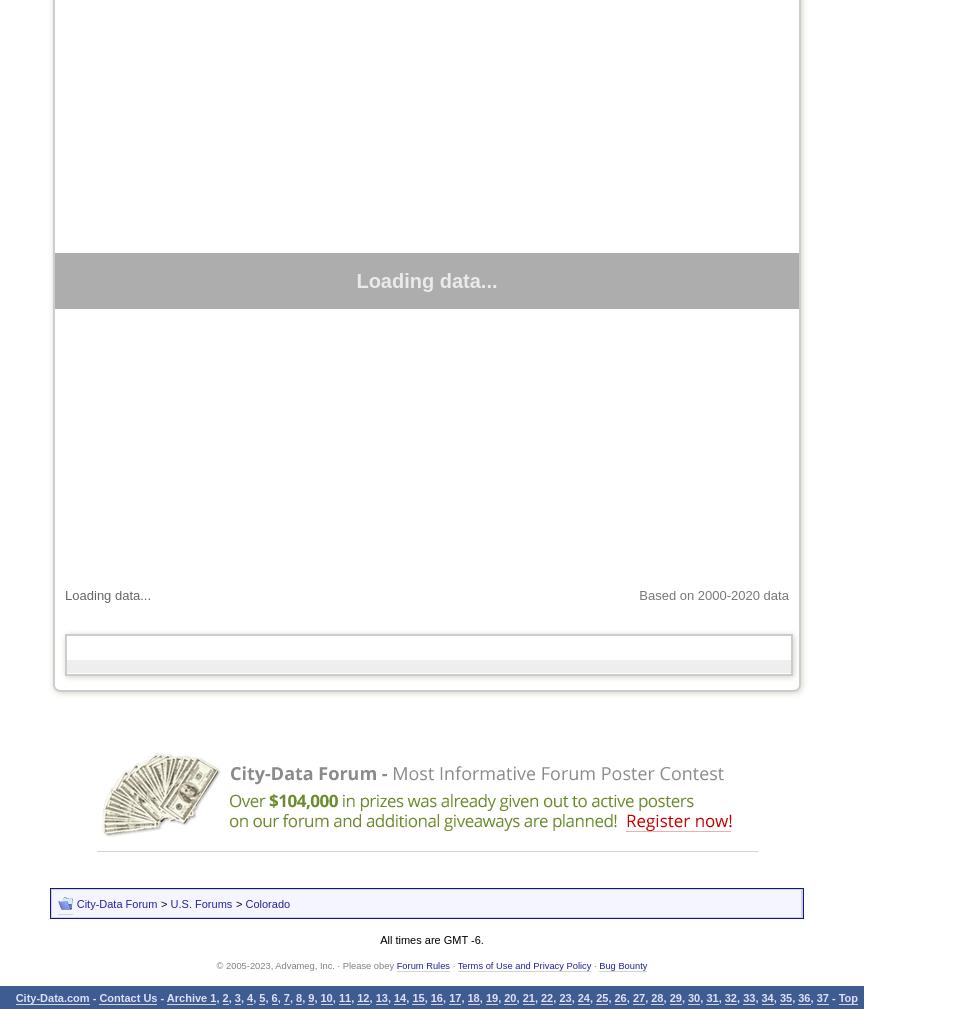 The image size is (979, 1009). What do you see at coordinates (712, 595) in the screenshot?
I see `'Based on 2000-2020 data'` at bounding box center [712, 595].